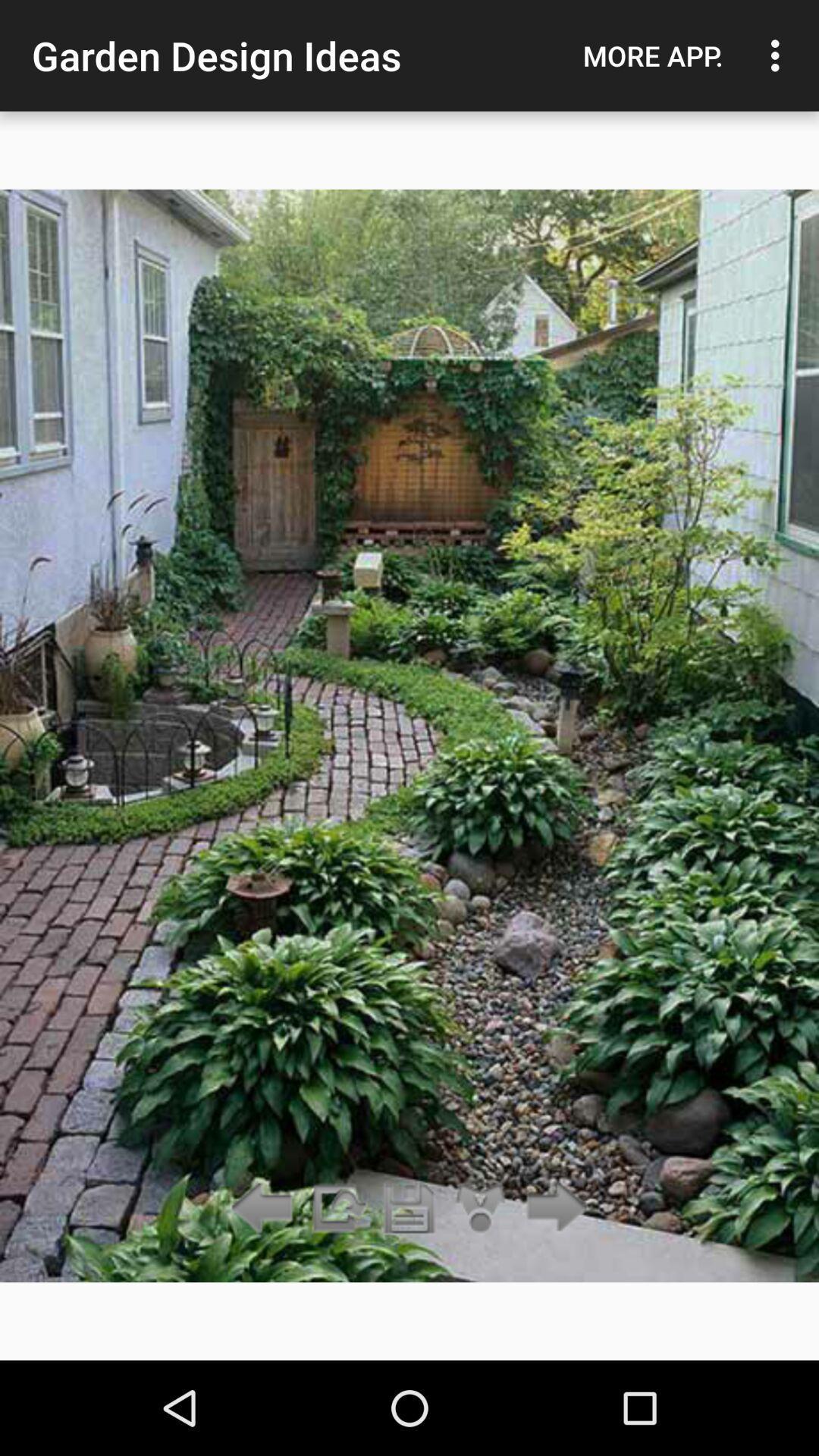 This screenshot has width=819, height=1456. Describe the element at coordinates (265, 1208) in the screenshot. I see `go back` at that location.